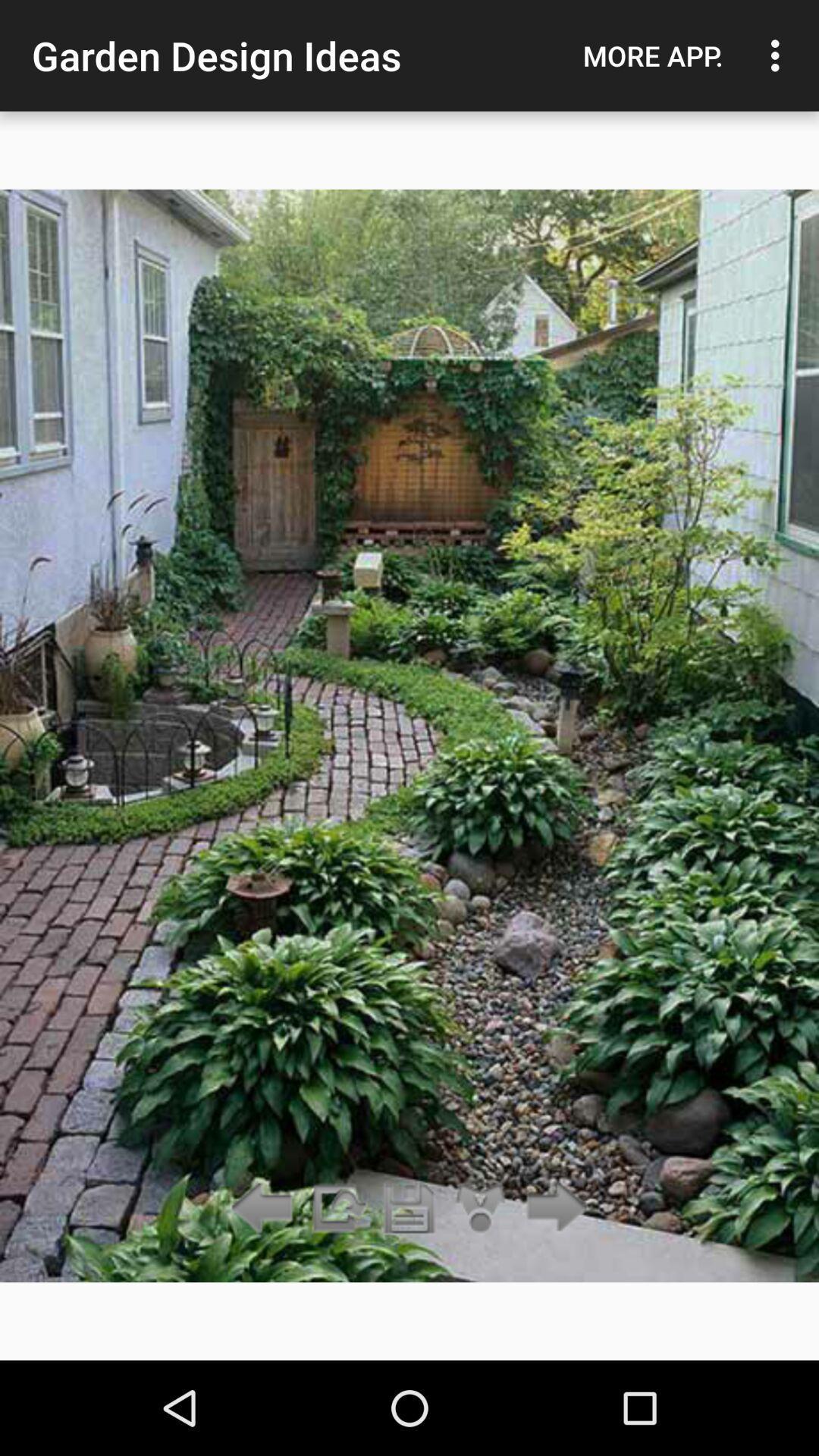 This screenshot has width=819, height=1456. Describe the element at coordinates (265, 1208) in the screenshot. I see `go back` at that location.